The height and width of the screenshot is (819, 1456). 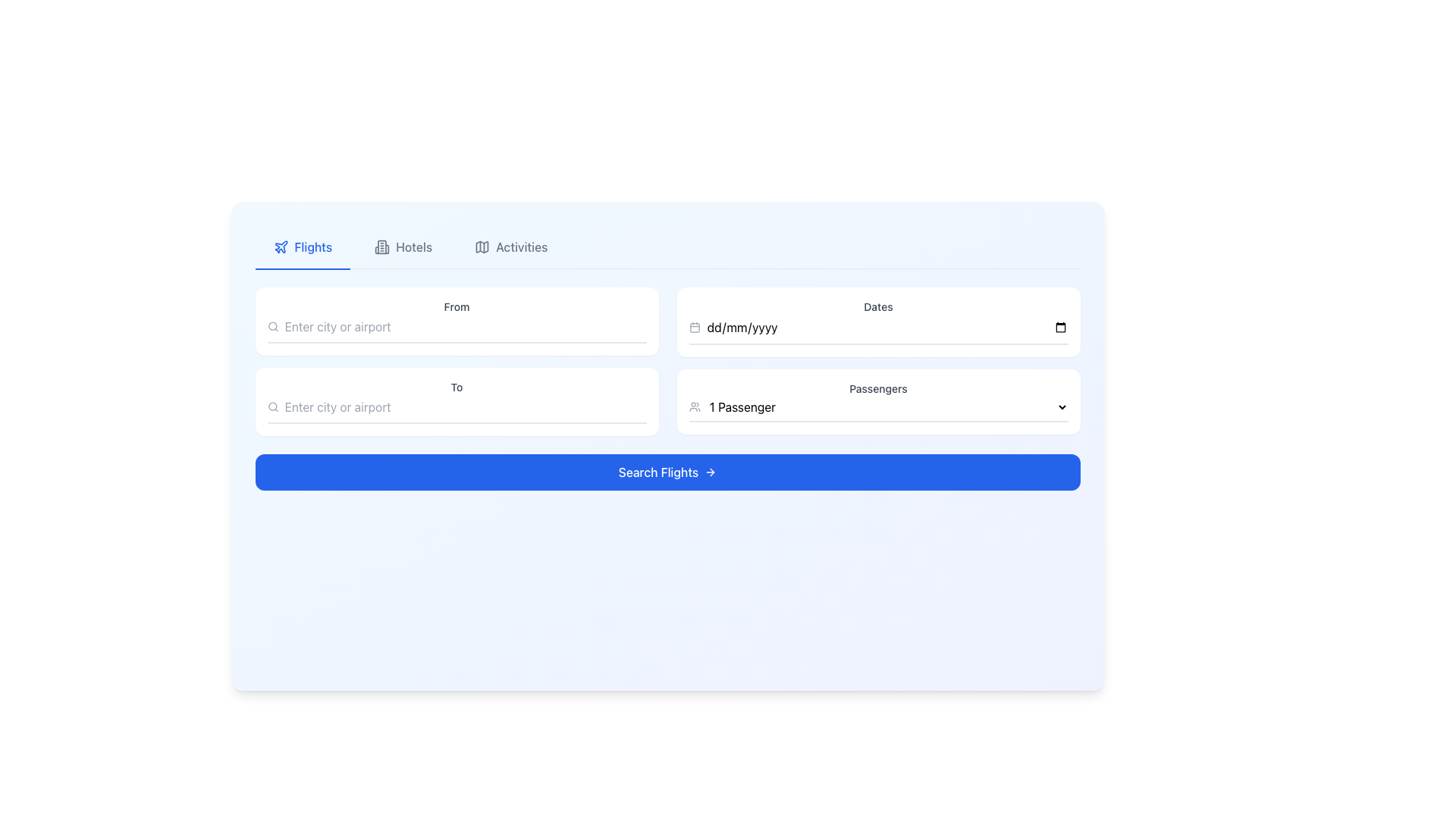 I want to click on the right-pointing arrow icon within the SVG graphic, which is located to the right of the 'Search Flights' label in the blue button at the lower center of the interface, so click(x=711, y=472).